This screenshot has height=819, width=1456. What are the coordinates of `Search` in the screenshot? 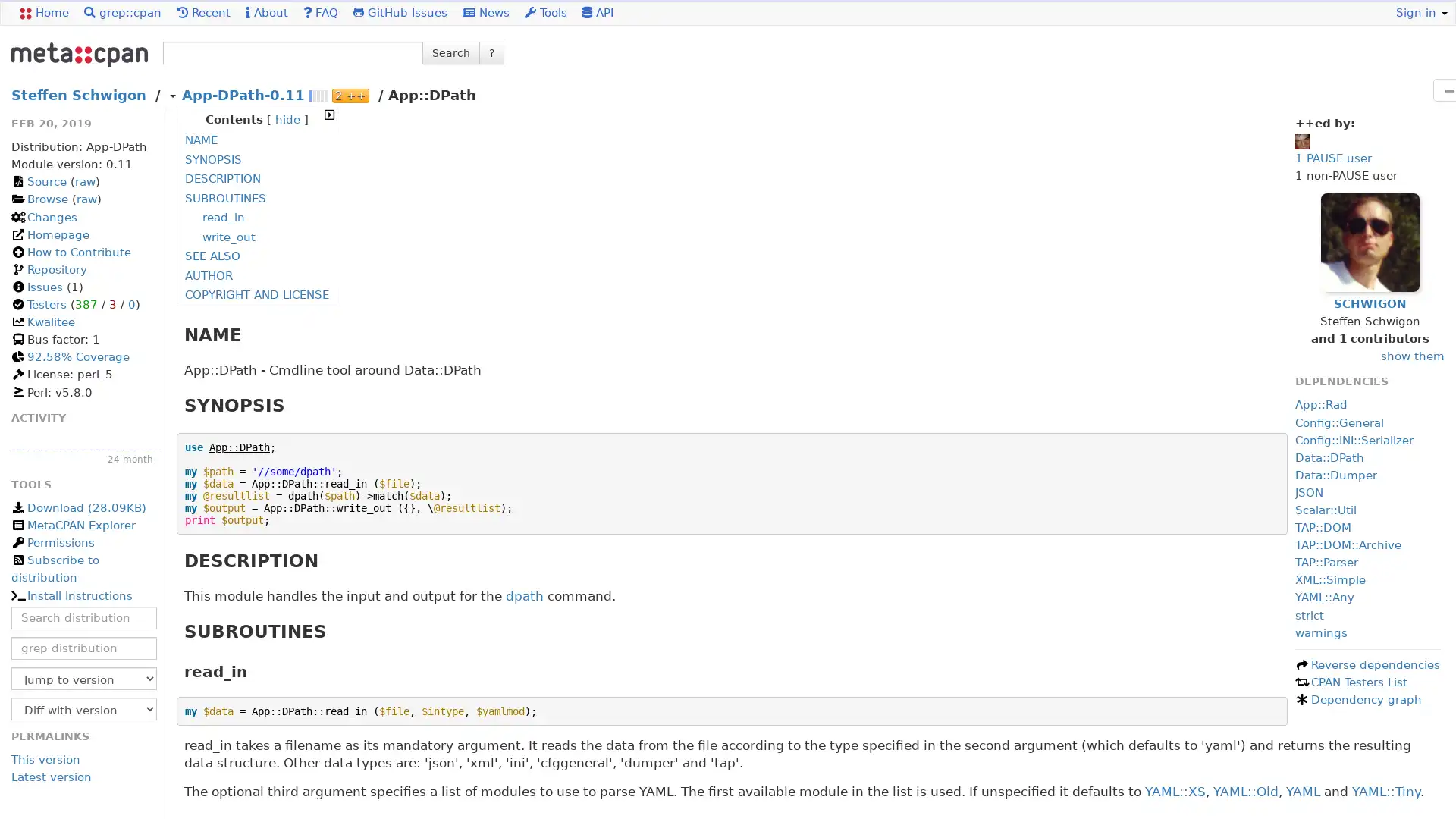 It's located at (450, 52).